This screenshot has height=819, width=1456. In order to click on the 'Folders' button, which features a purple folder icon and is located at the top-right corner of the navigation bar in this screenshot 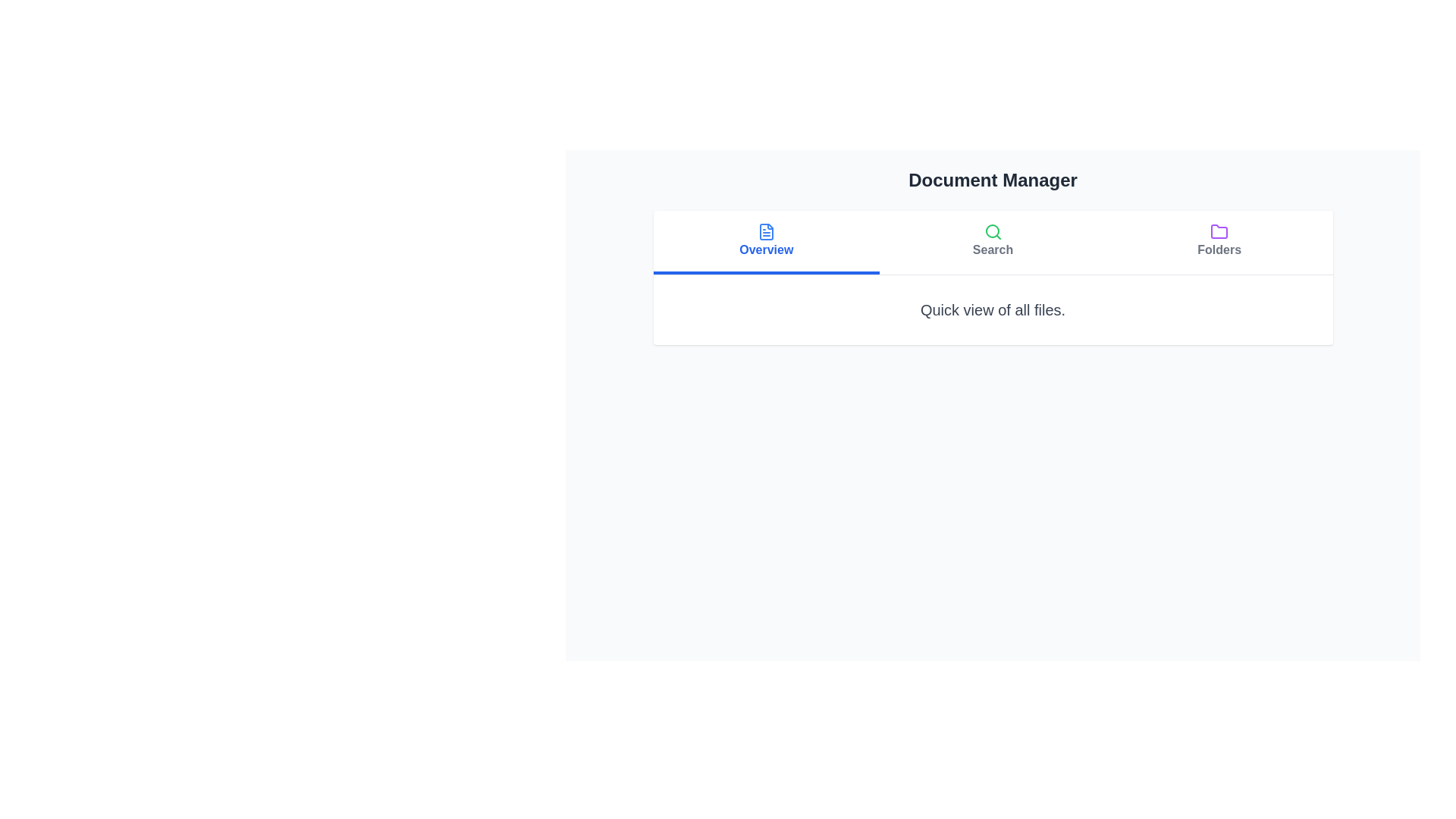, I will do `click(1219, 240)`.